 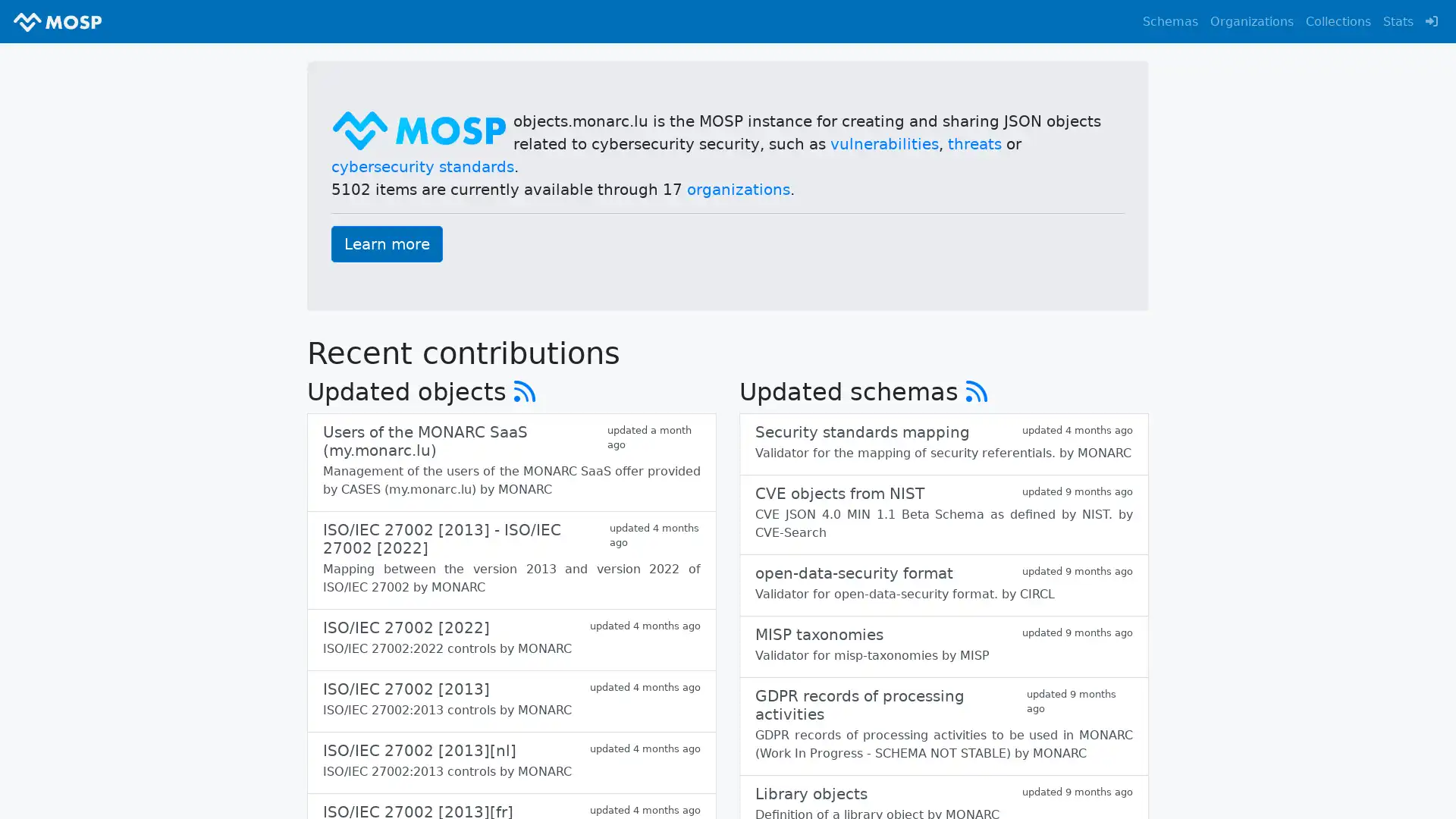 What do you see at coordinates (387, 243) in the screenshot?
I see `Learn more` at bounding box center [387, 243].